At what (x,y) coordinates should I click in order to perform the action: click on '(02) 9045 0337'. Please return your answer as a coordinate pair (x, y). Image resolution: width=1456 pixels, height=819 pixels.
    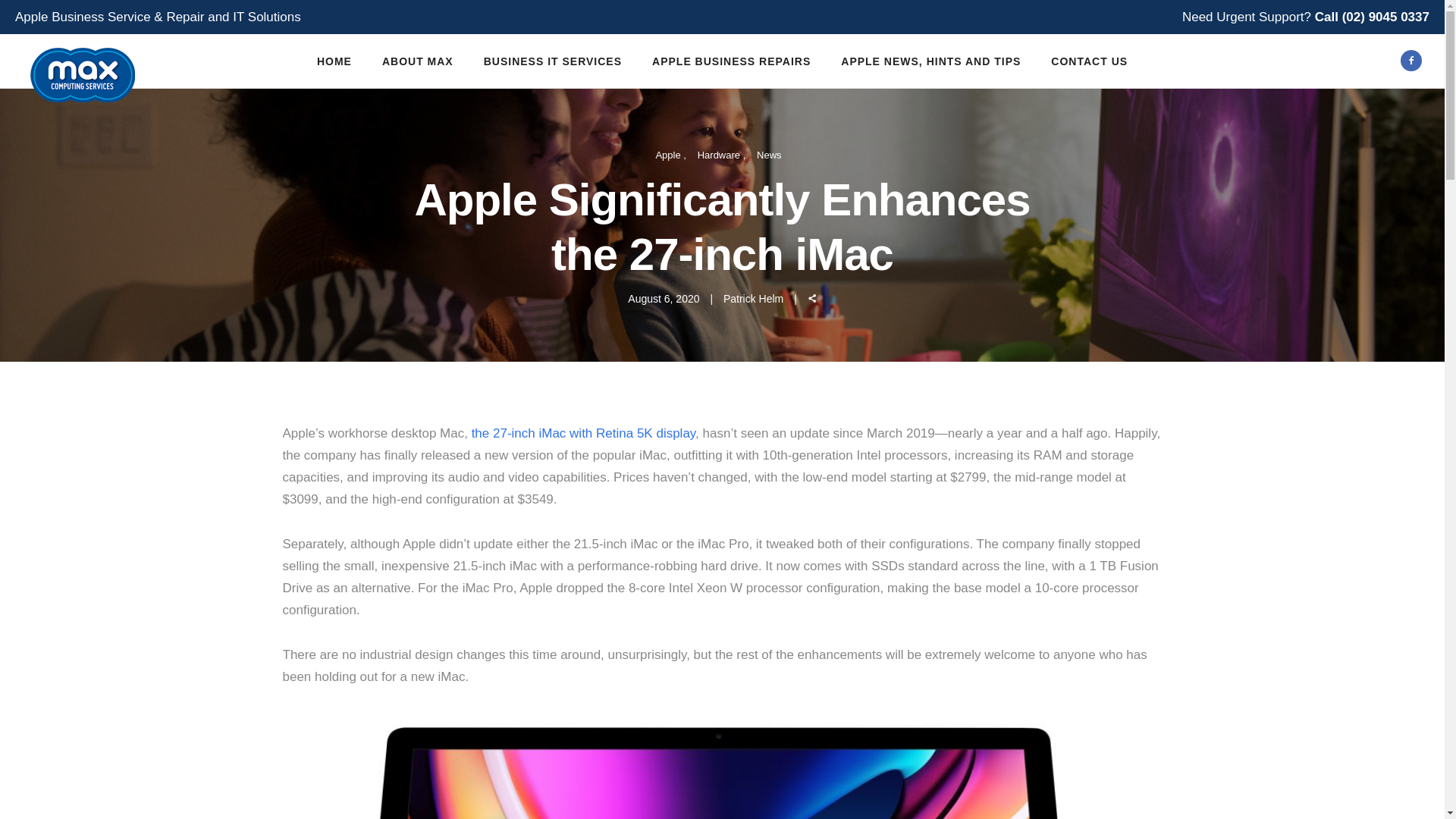
    Looking at the image, I should click on (1385, 17).